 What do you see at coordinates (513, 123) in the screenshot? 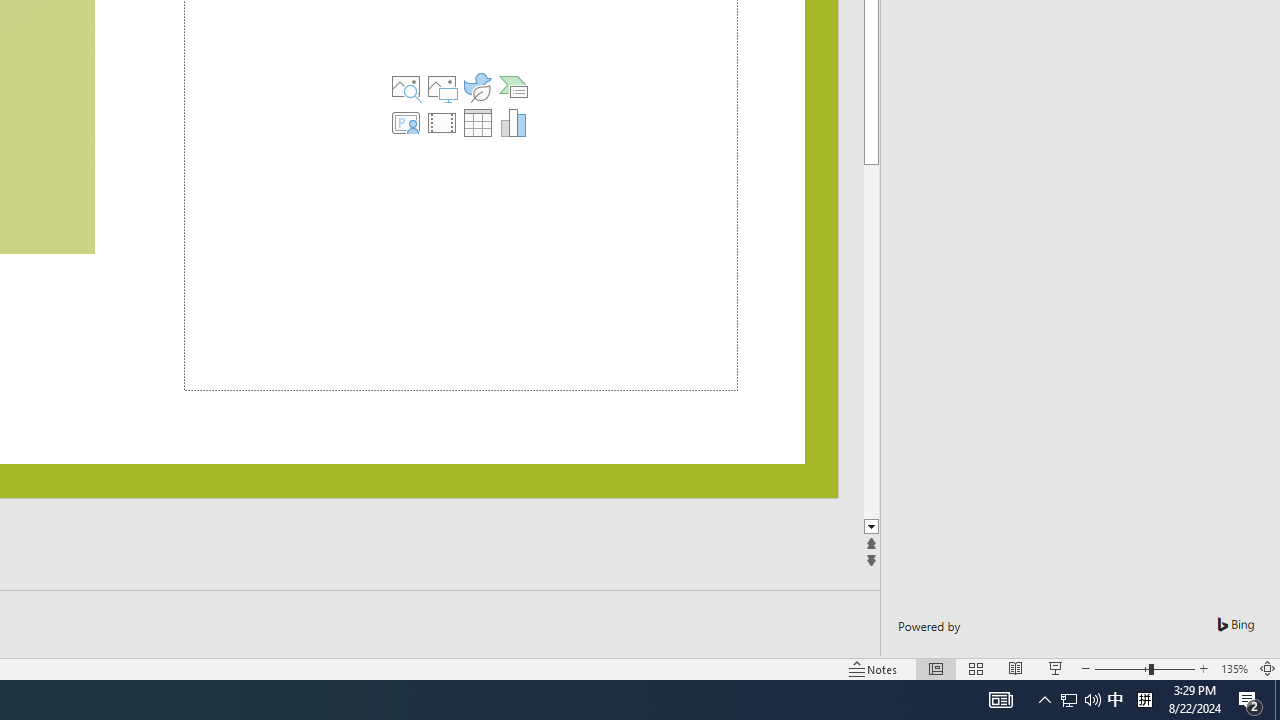
I see `'Insert Chart'` at bounding box center [513, 123].